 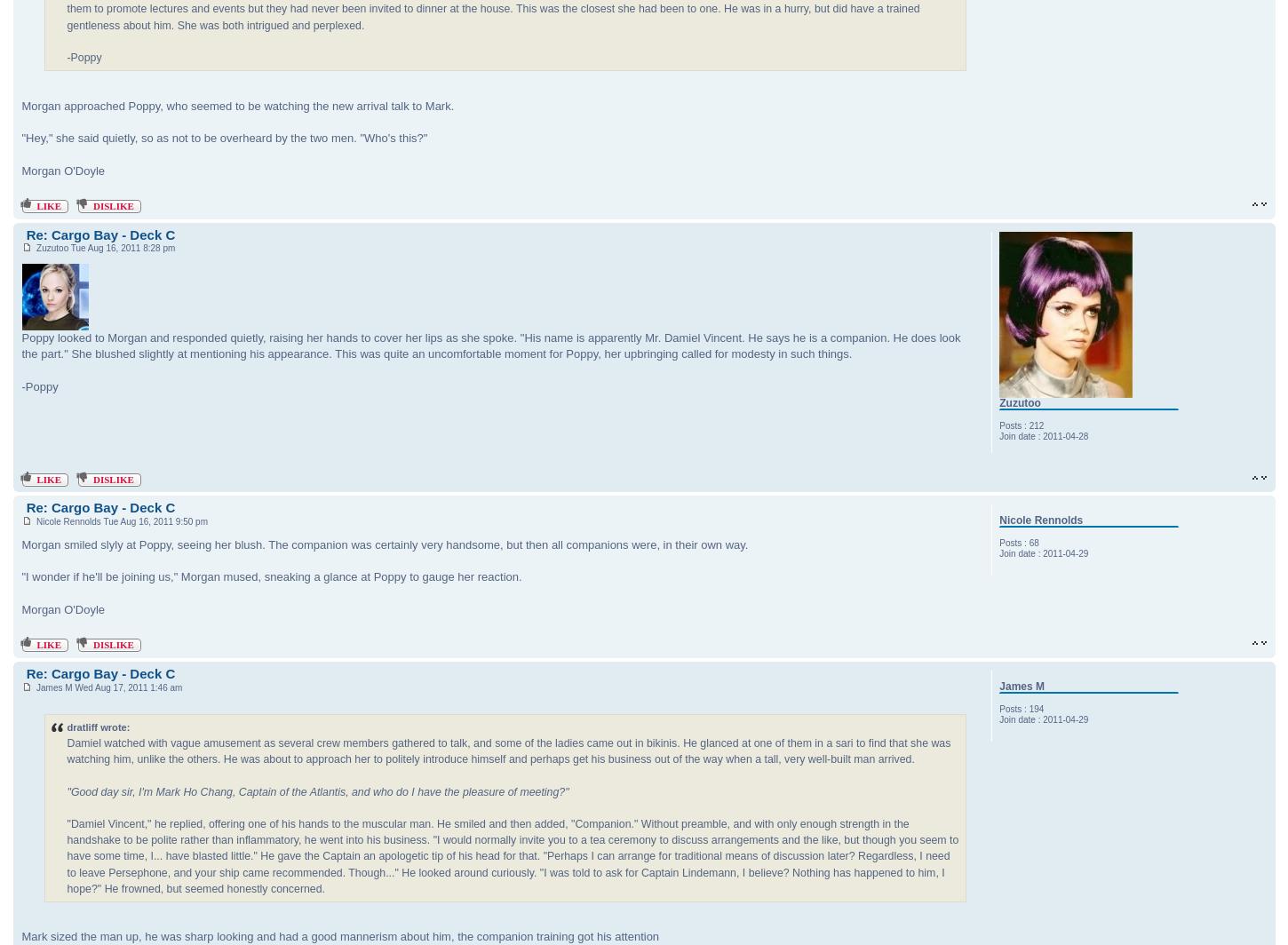 What do you see at coordinates (1035, 708) in the screenshot?
I see `'194'` at bounding box center [1035, 708].